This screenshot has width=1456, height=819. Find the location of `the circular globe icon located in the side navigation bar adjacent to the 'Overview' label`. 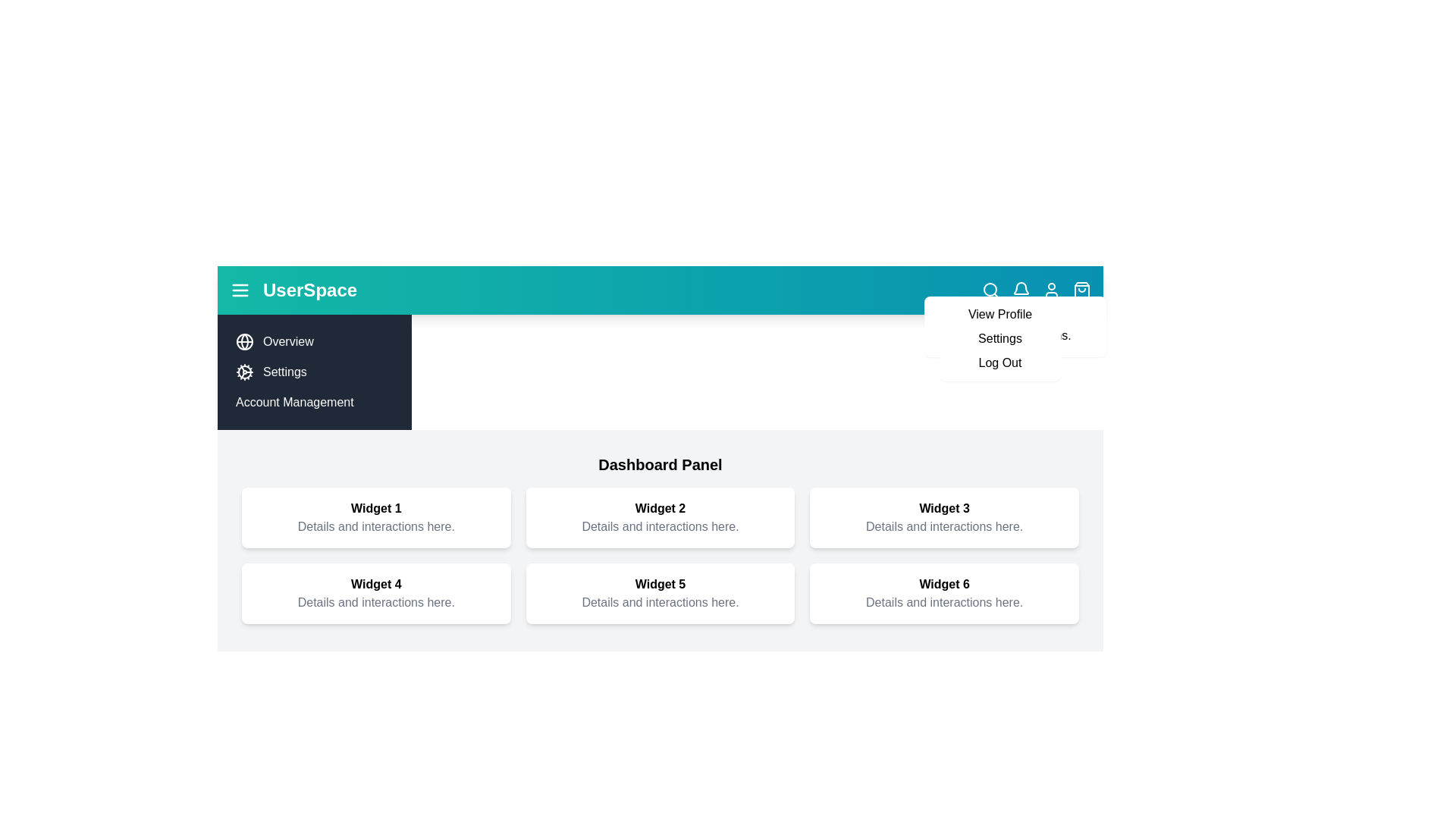

the circular globe icon located in the side navigation bar adjacent to the 'Overview' label is located at coordinates (244, 342).